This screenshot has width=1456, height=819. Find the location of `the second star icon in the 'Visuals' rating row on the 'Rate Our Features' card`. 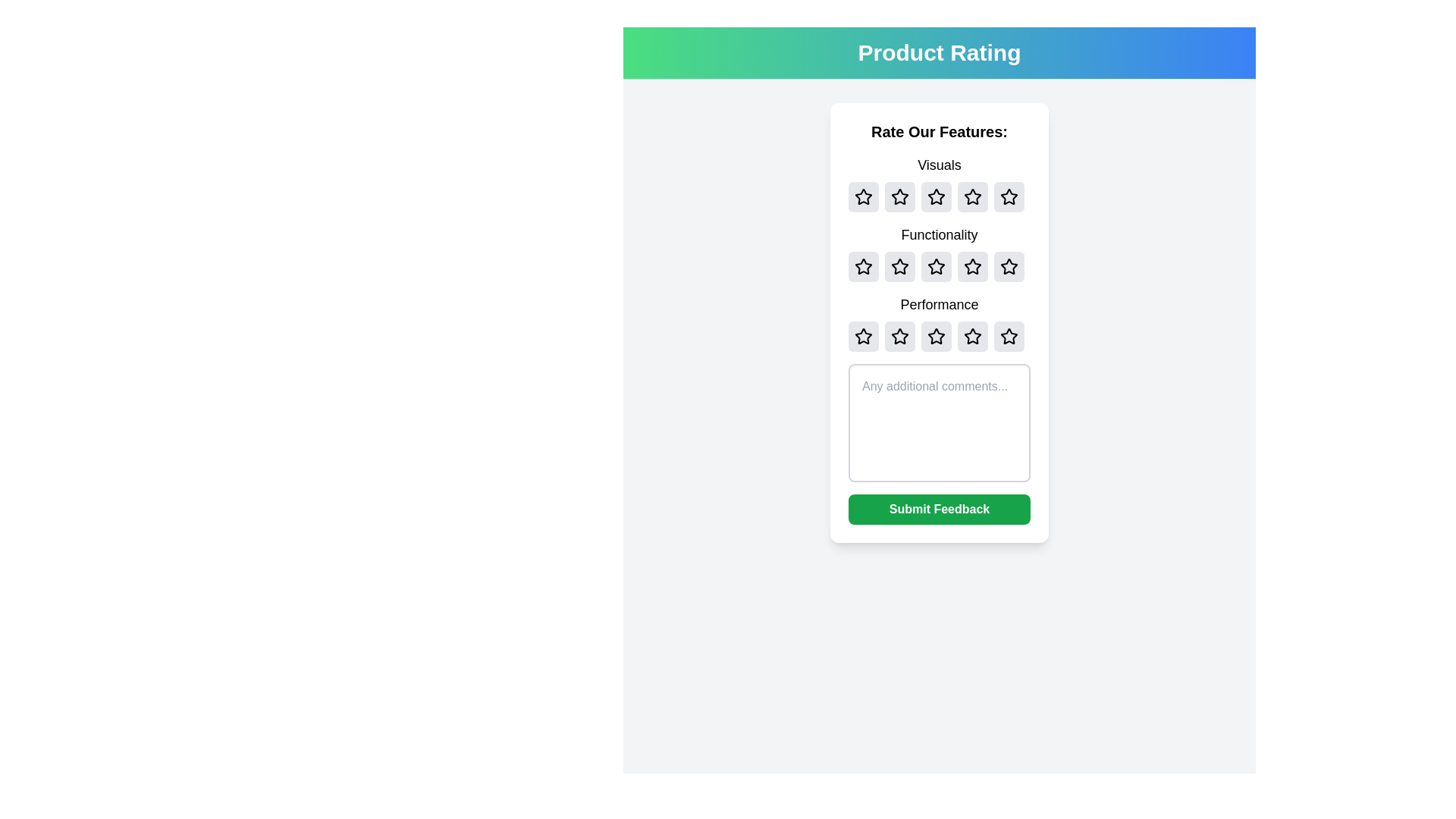

the second star icon in the 'Visuals' rating row on the 'Rate Our Features' card is located at coordinates (899, 196).